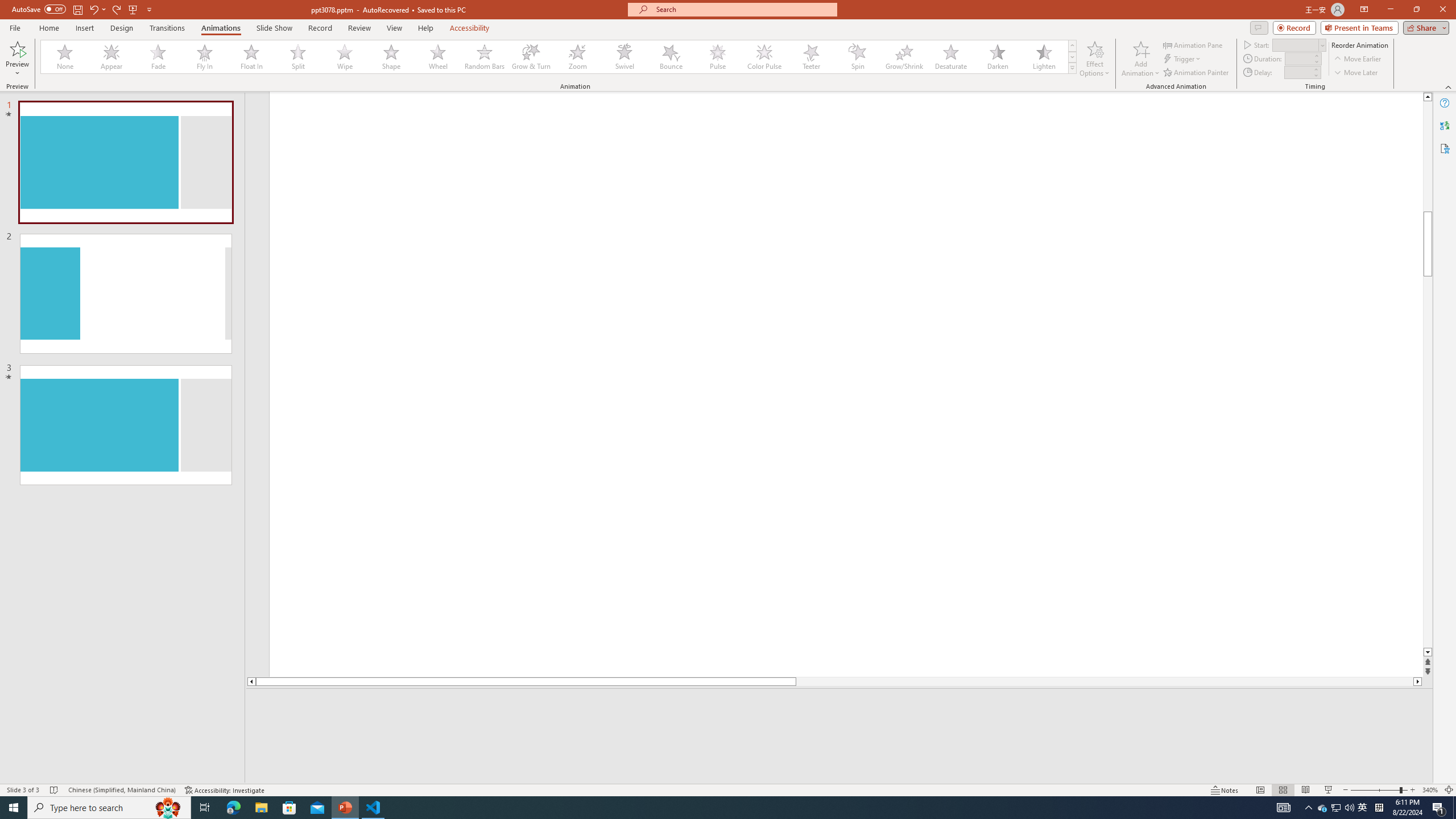  I want to click on 'Random Bars', so click(484, 56).